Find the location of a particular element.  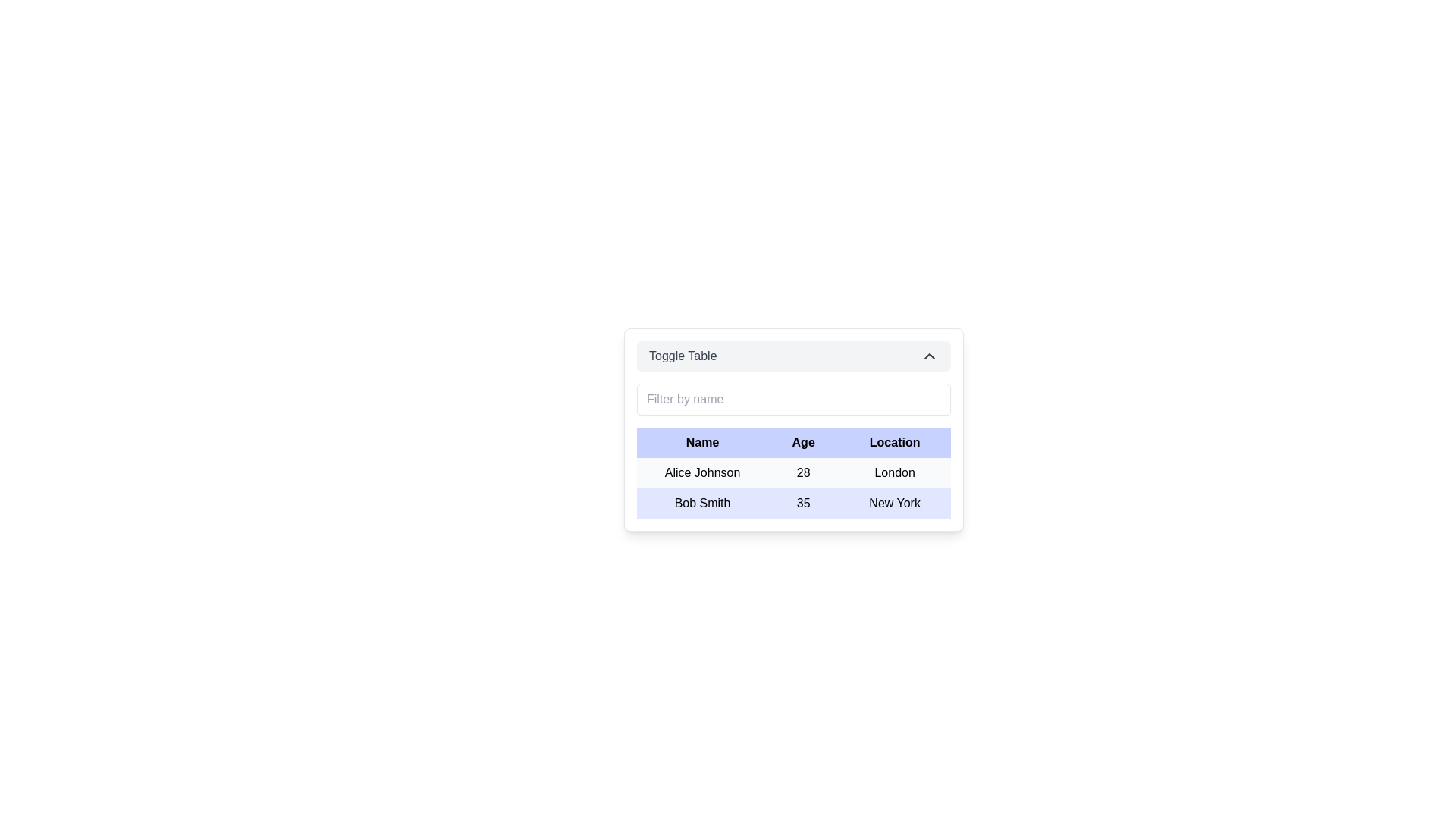

the 'Name' text label displaying 'Bob Smith' is located at coordinates (701, 503).